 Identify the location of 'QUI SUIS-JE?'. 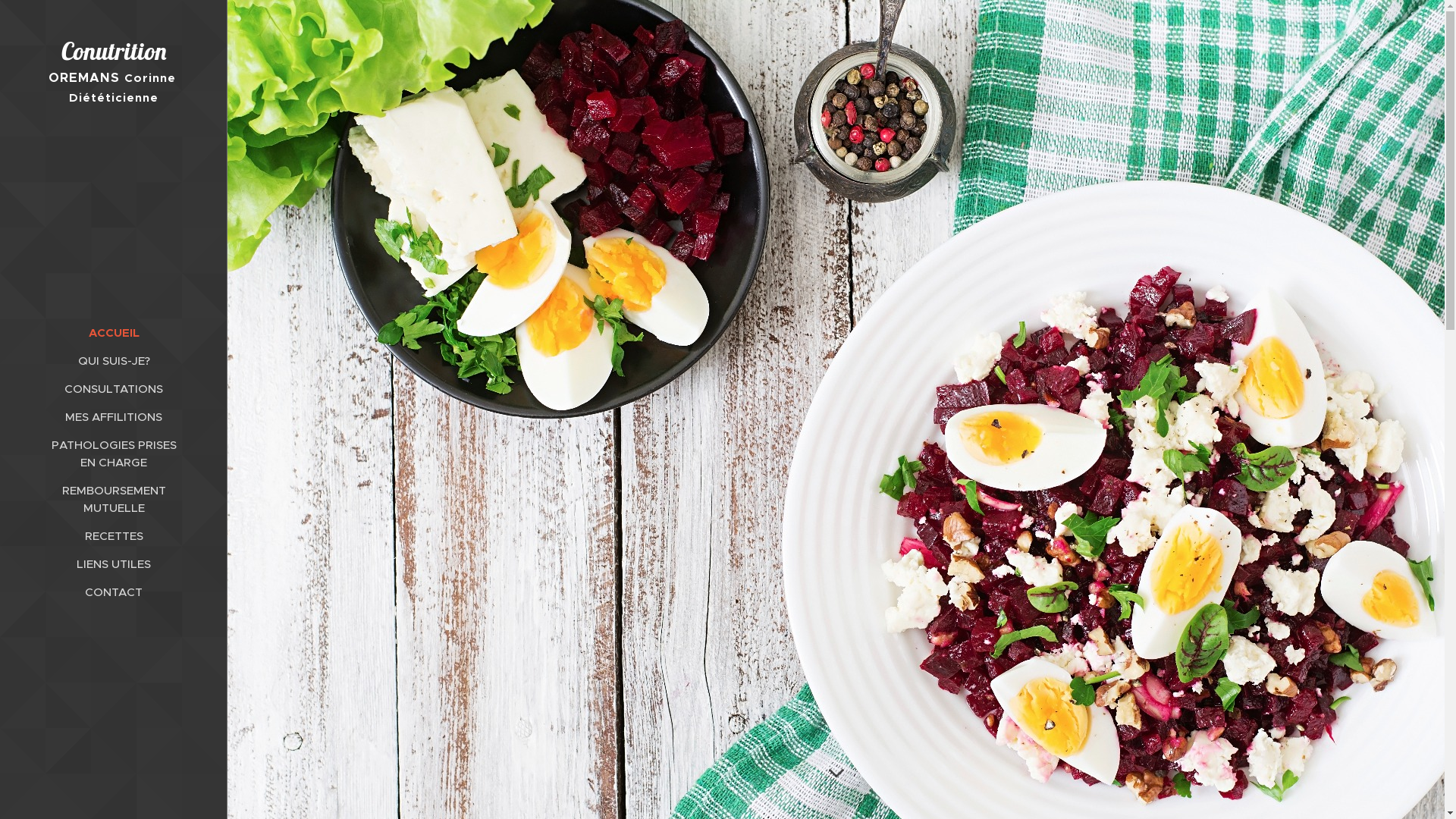
(4, 360).